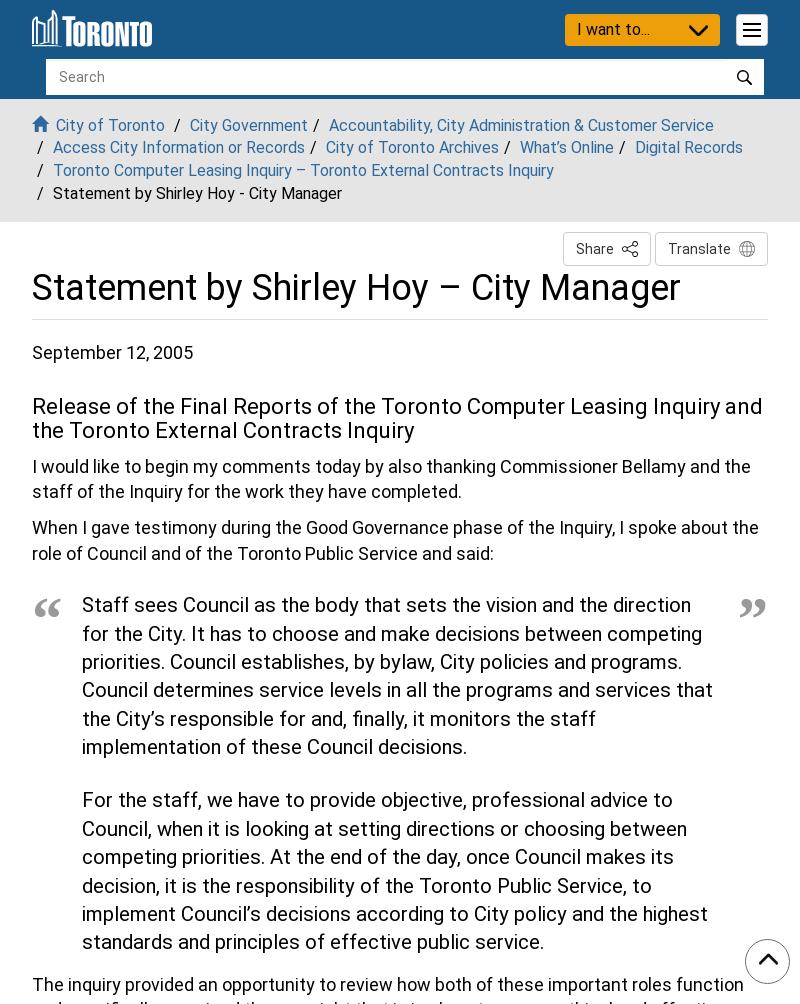 This screenshot has width=800, height=1004. I want to click on 'City of Toronto Archives', so click(412, 146).